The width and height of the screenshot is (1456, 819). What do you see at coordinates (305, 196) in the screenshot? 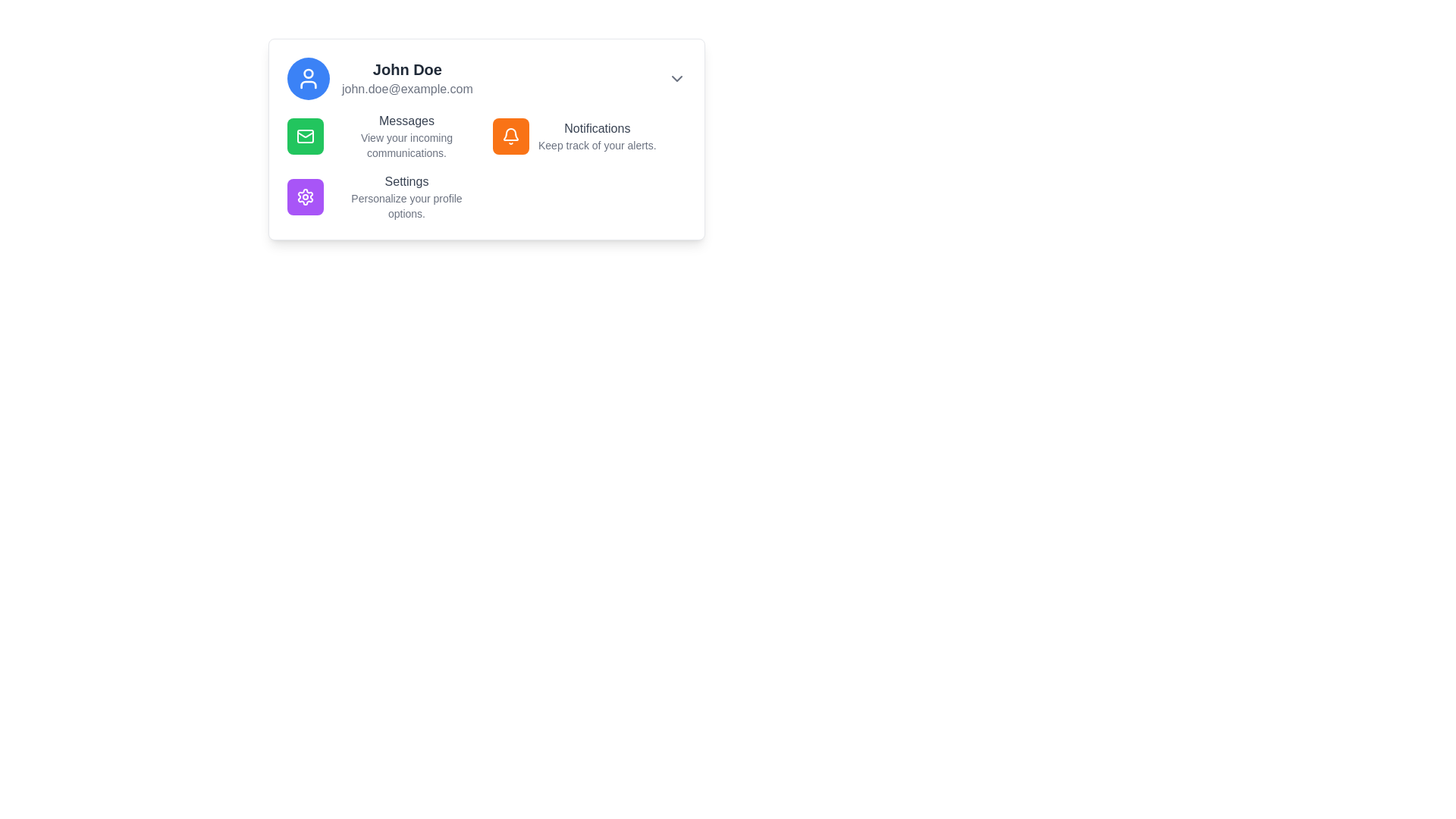
I see `the cogwheel-shaped settings icon with a white outline and purple background to trigger a tooltip, if available` at bounding box center [305, 196].